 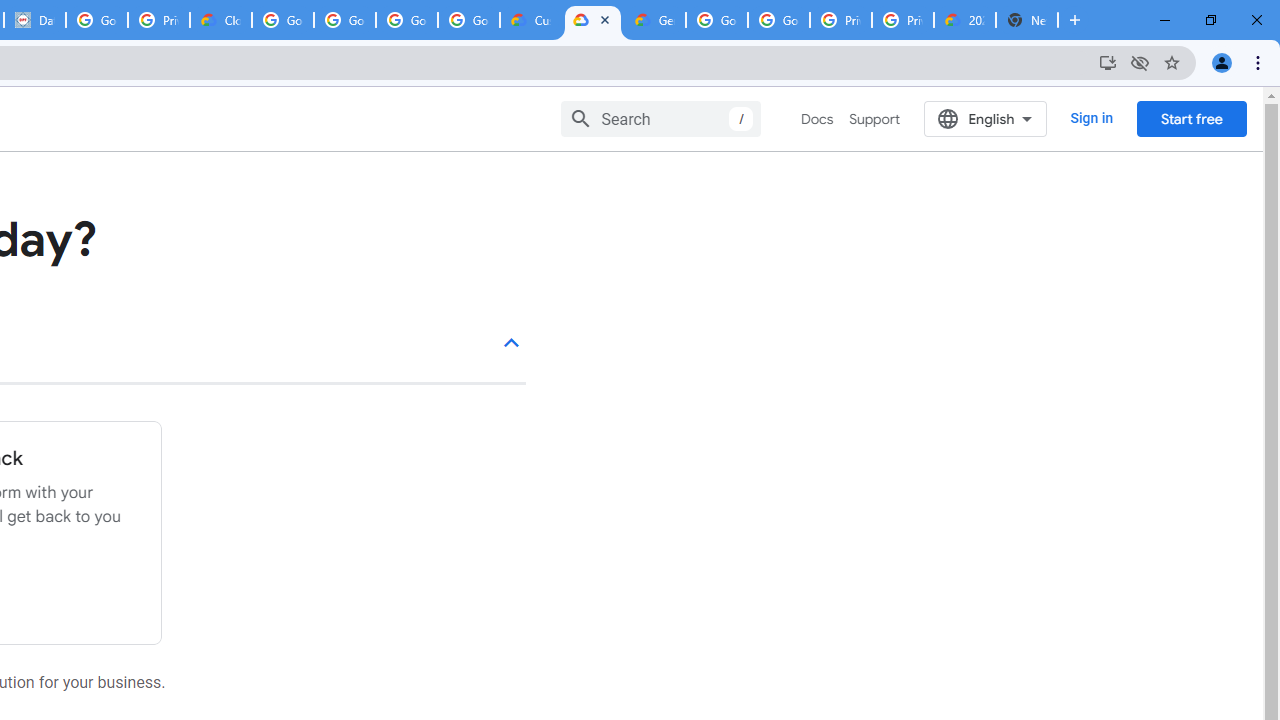 What do you see at coordinates (654, 20) in the screenshot?
I see `'Gemini for Business and Developers | Google Cloud'` at bounding box center [654, 20].